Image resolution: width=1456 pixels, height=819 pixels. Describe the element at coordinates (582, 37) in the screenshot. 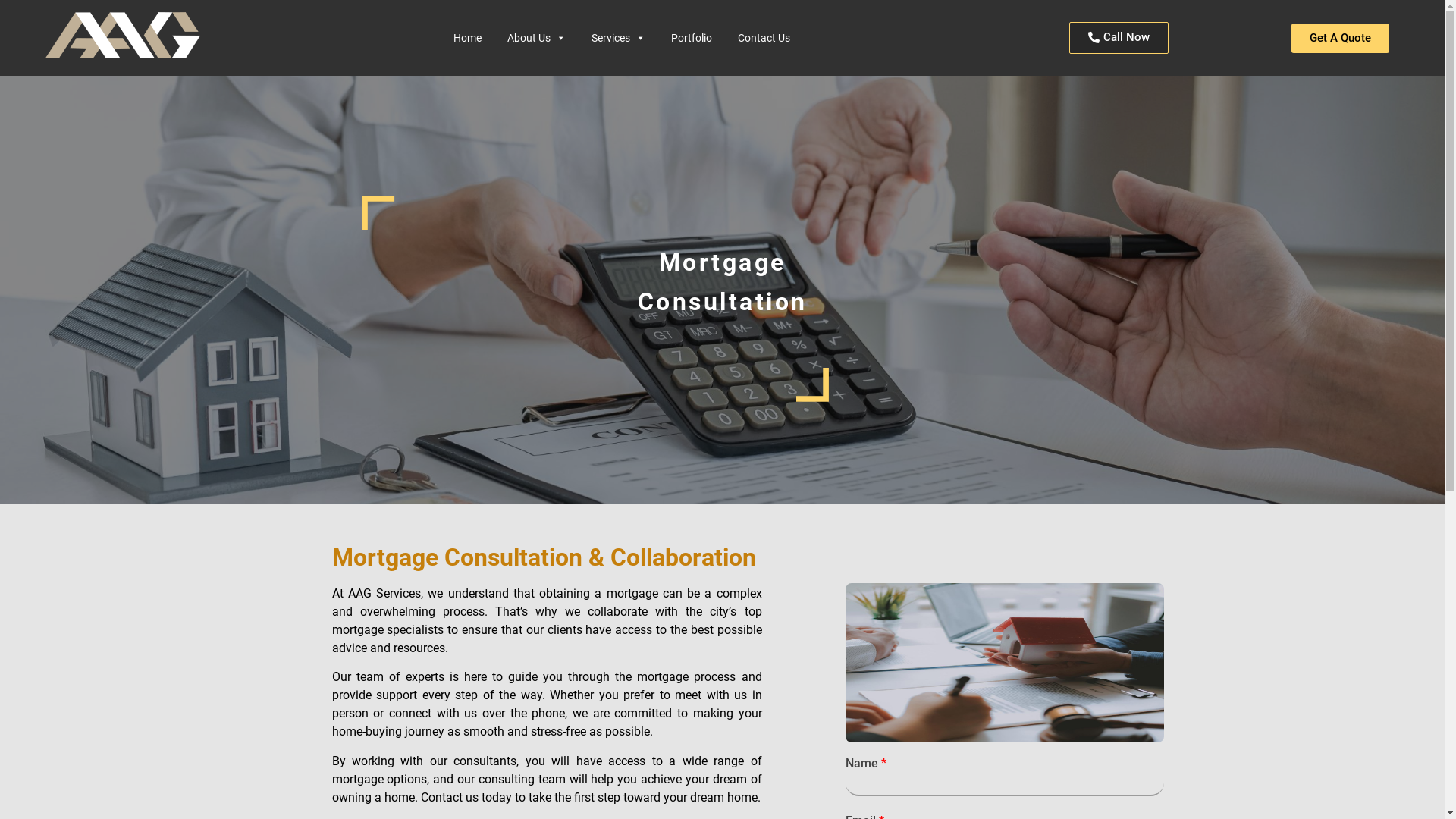

I see `'Services'` at that location.